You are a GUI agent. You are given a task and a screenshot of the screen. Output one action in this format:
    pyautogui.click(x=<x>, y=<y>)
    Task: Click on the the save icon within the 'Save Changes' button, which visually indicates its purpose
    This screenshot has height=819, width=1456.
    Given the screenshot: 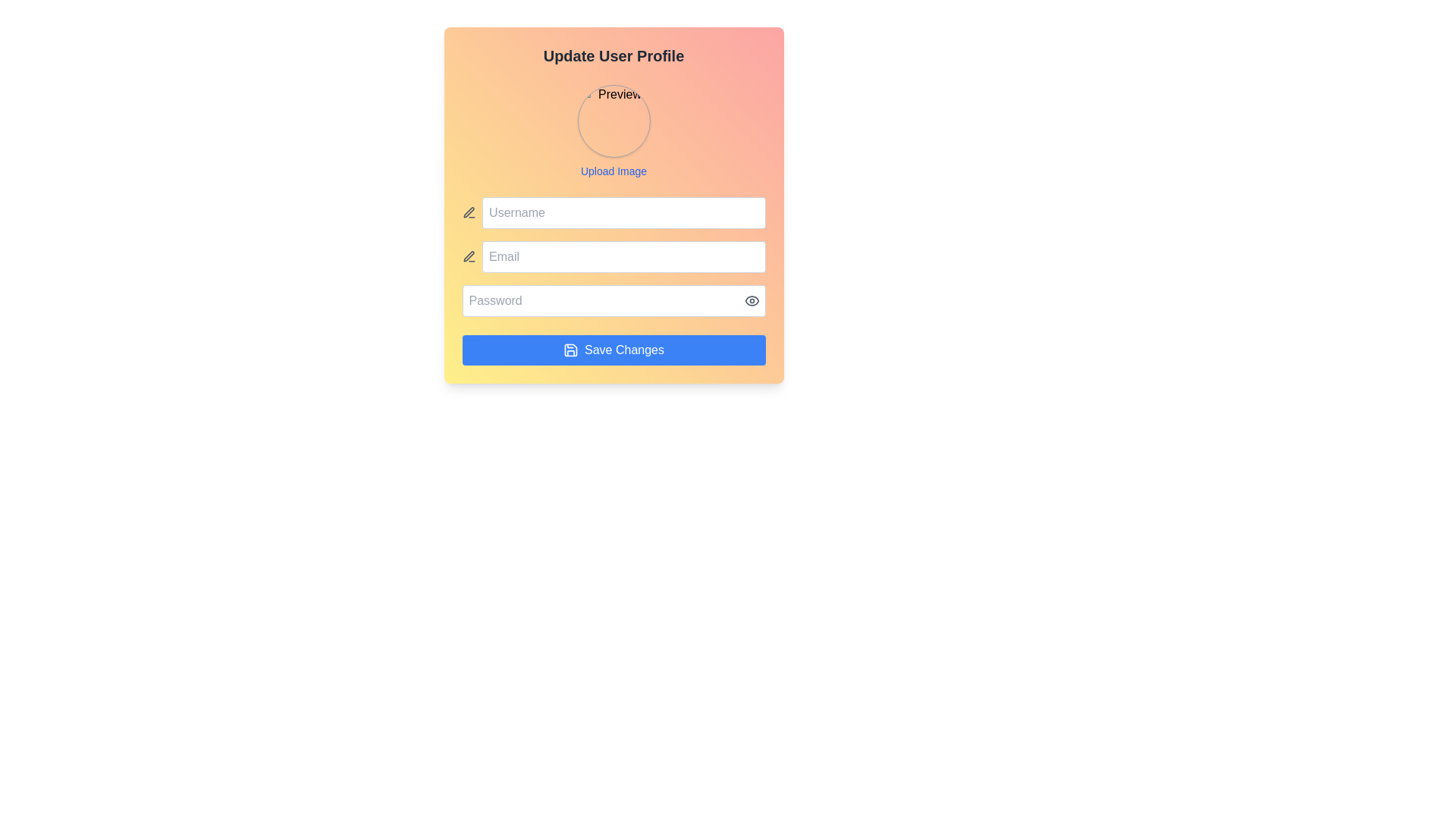 What is the action you would take?
    pyautogui.click(x=570, y=350)
    